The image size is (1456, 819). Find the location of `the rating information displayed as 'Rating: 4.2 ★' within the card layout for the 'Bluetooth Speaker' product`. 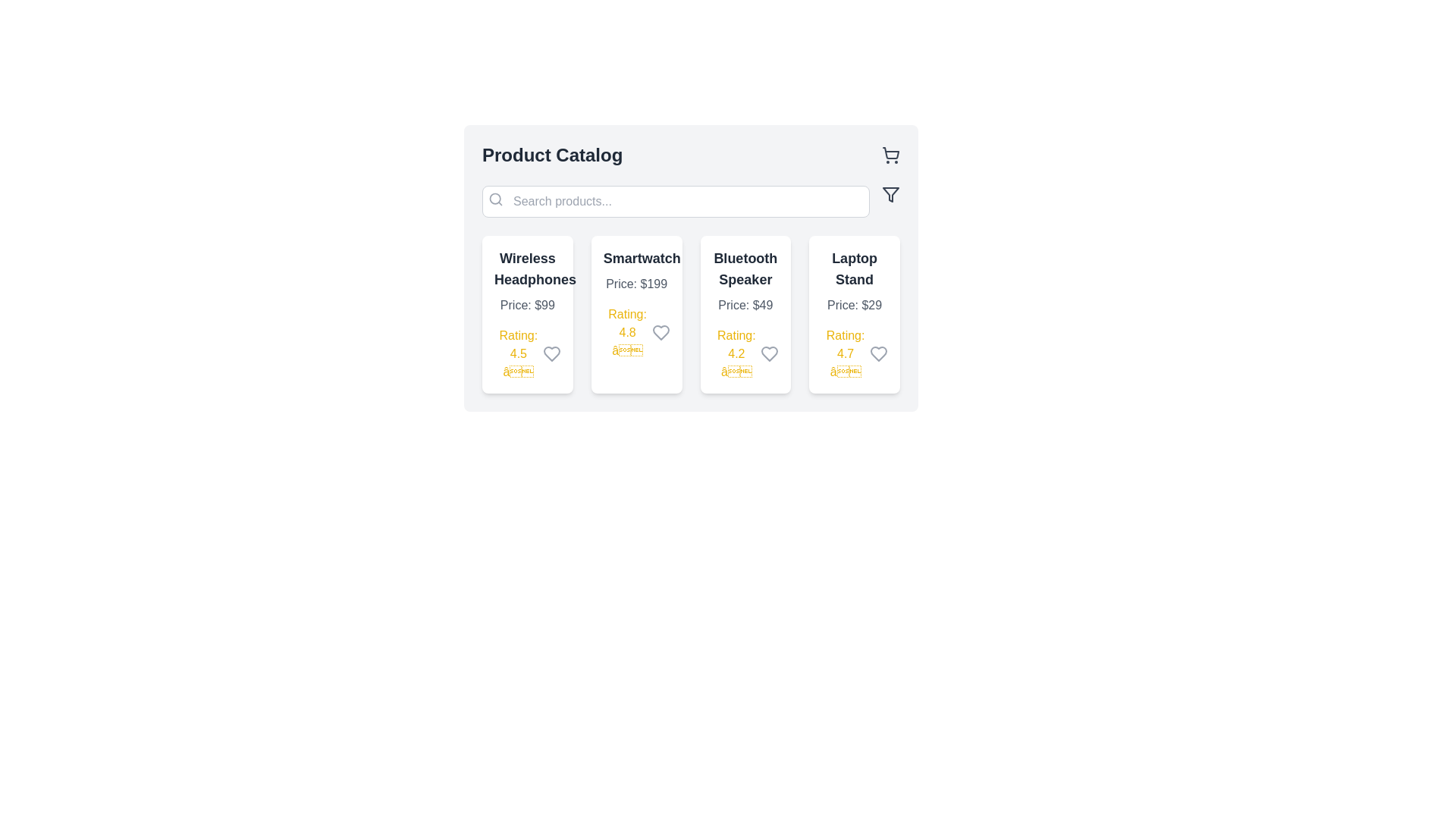

the rating information displayed as 'Rating: 4.2 ★' within the card layout for the 'Bluetooth Speaker' product is located at coordinates (745, 353).